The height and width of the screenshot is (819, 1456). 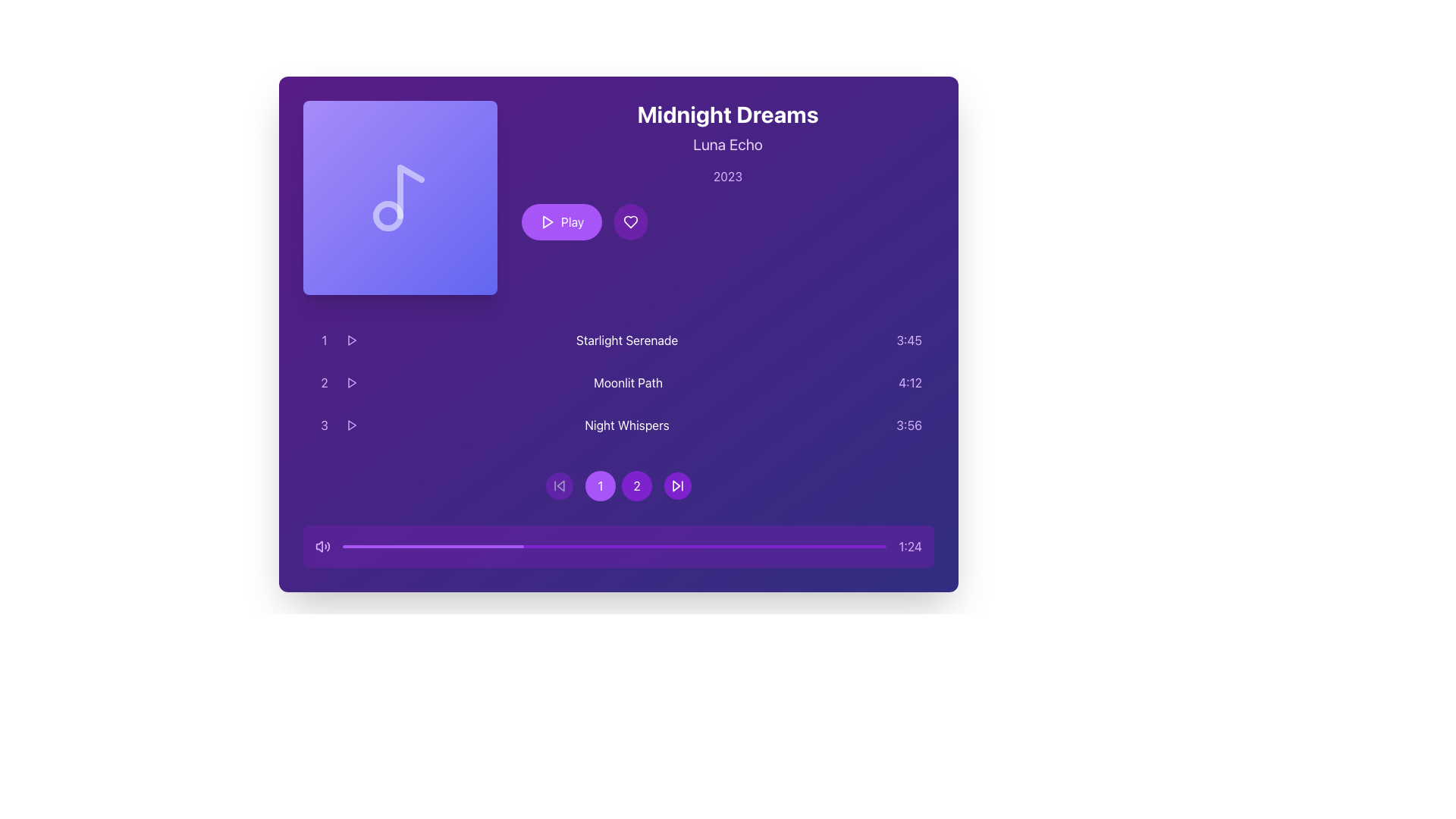 What do you see at coordinates (614, 547) in the screenshot?
I see `the center of the purple progress bar located at the bottom section of the interface to move to a specific point` at bounding box center [614, 547].